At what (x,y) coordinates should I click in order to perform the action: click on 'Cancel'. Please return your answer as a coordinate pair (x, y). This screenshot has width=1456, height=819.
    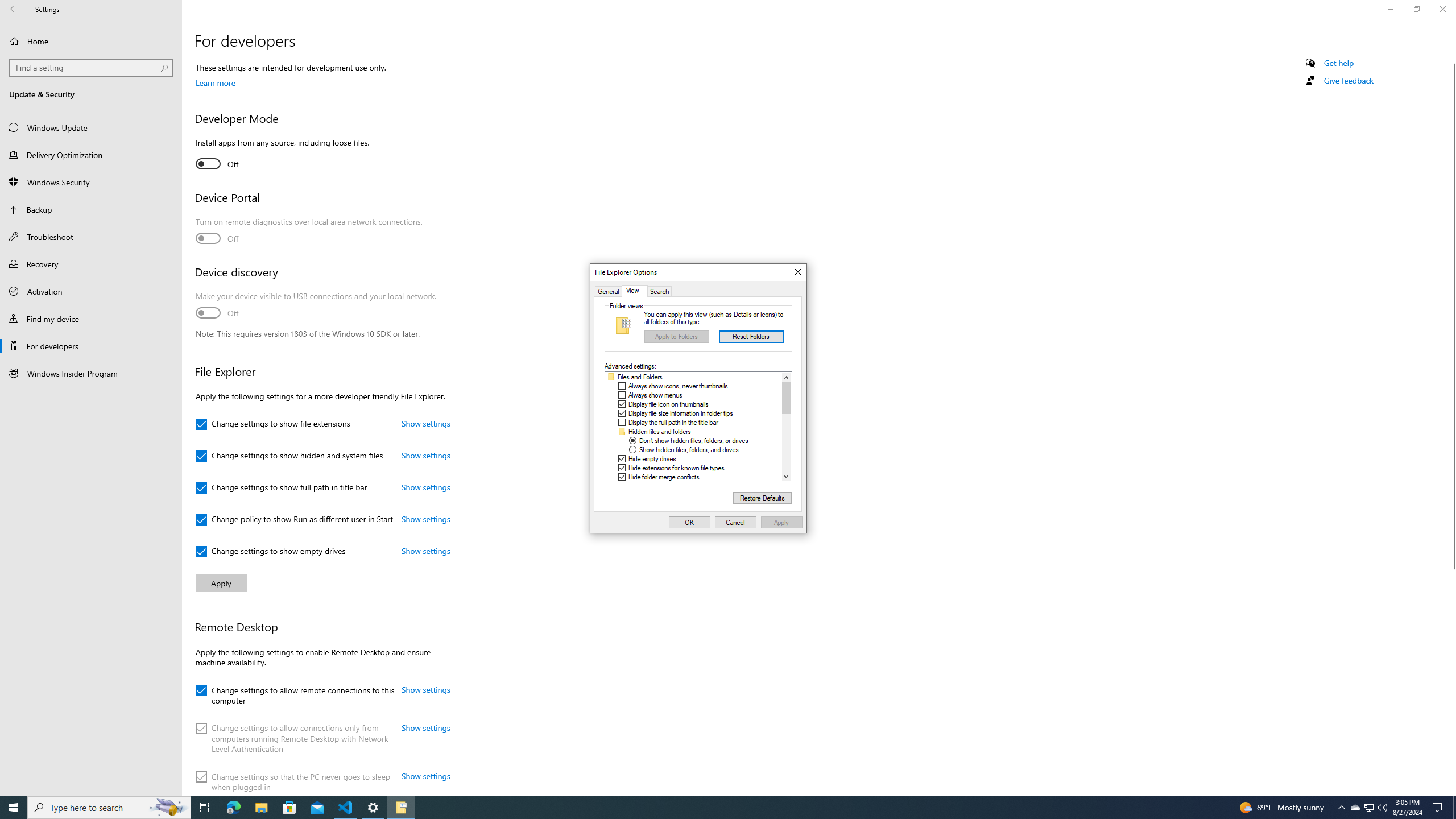
    Looking at the image, I should click on (735, 522).